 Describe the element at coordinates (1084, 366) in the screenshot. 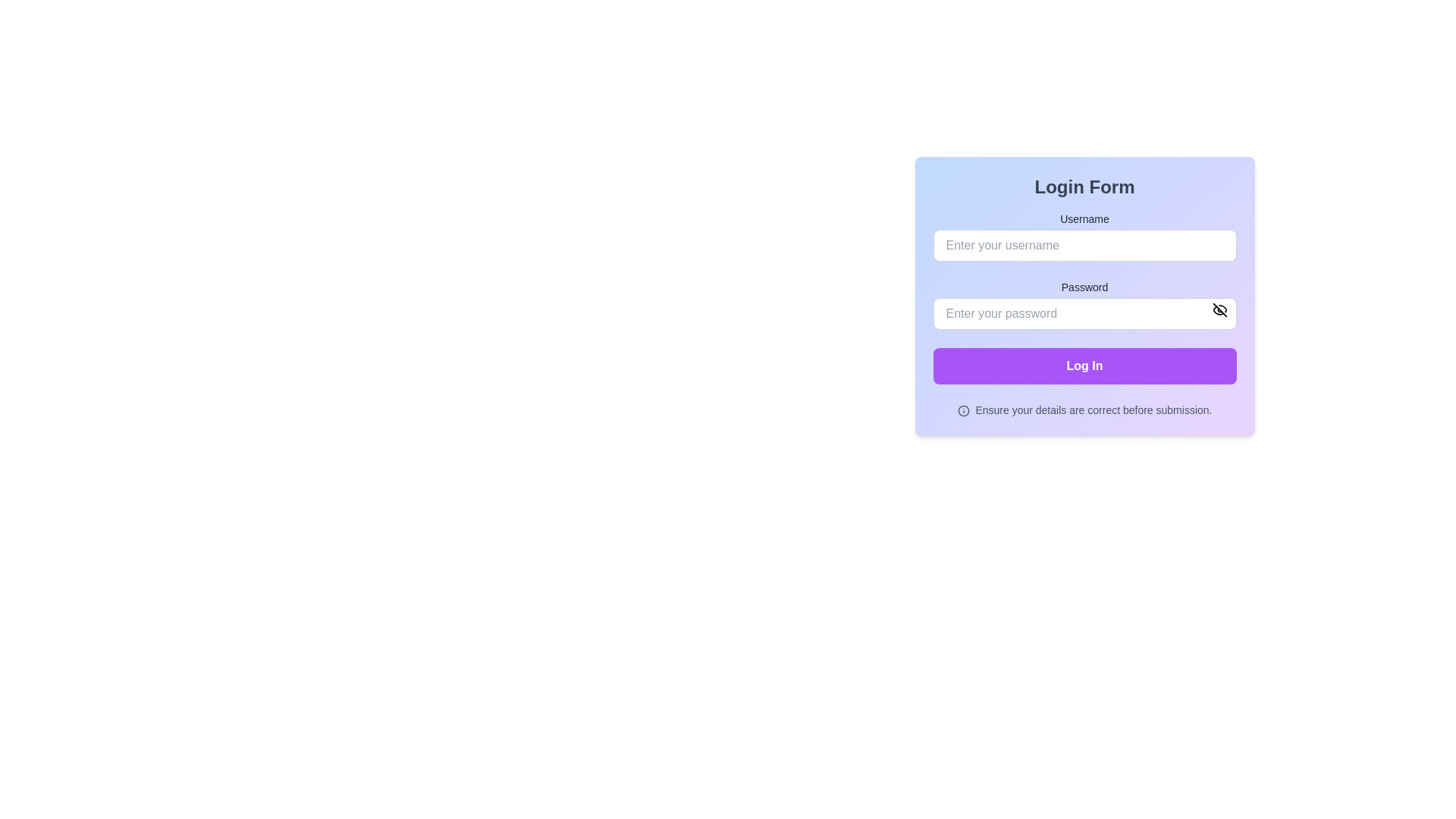

I see `the 'Log In' button, which has a purple background and white text, located centrally at the bottom of the form panel` at that location.